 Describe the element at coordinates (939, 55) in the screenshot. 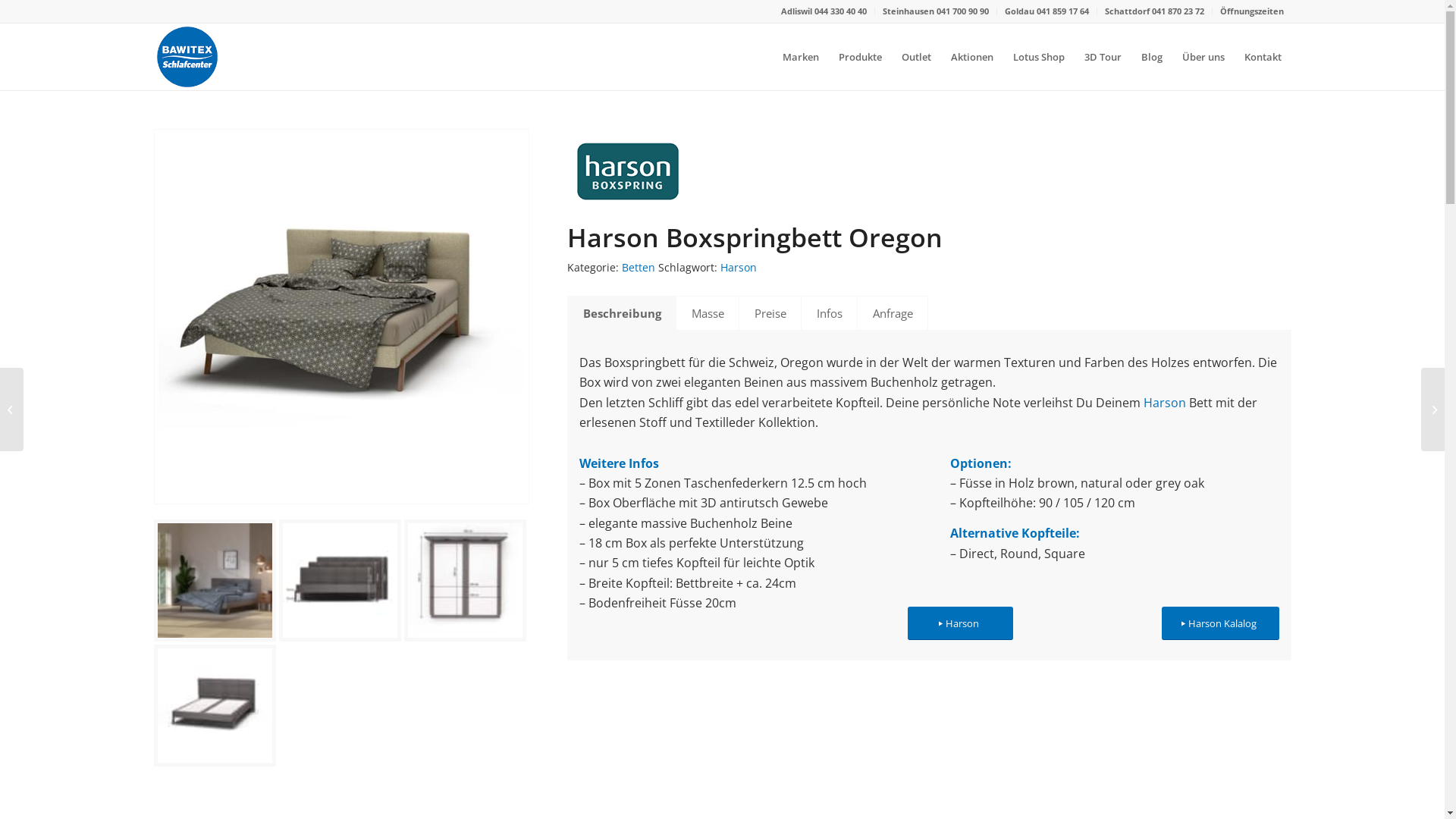

I see `'Aktionen'` at that location.